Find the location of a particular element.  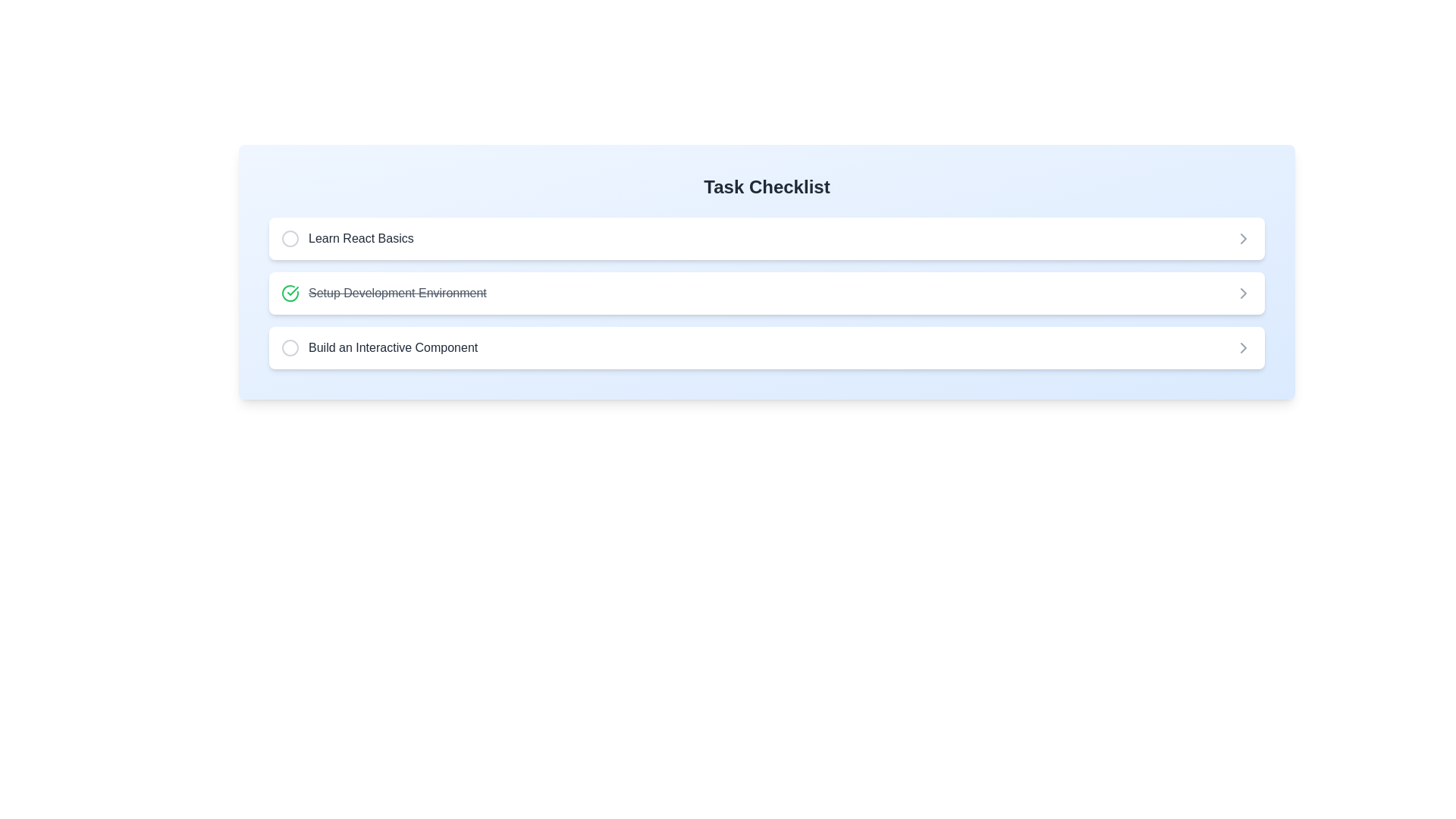

the green checkmark icon representing the completion status for the checklist item 'Setup Development Environment' is located at coordinates (290, 293).